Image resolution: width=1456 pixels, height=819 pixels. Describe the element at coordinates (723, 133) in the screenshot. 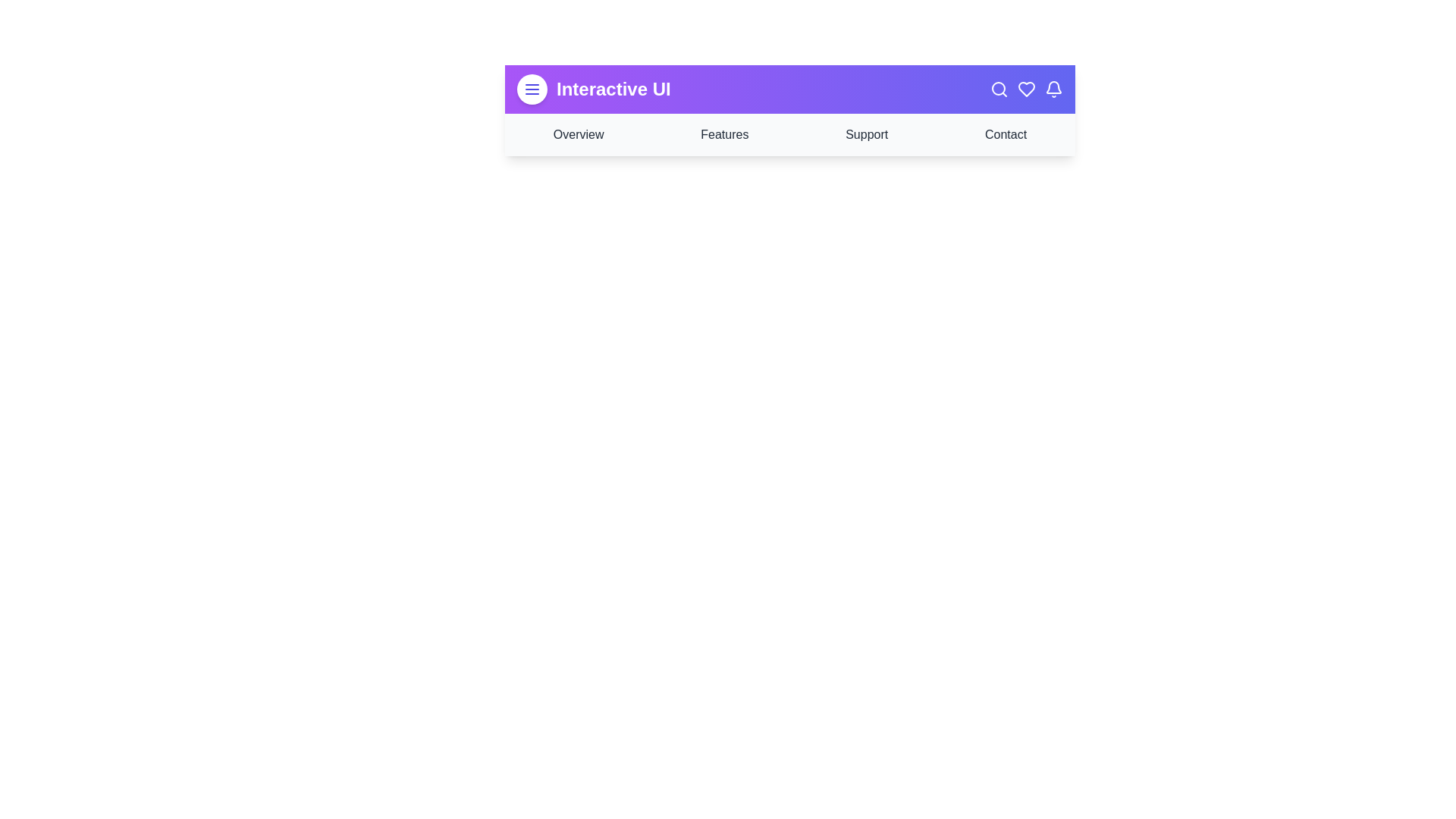

I see `the navigation bar item labeled 'Features'` at that location.